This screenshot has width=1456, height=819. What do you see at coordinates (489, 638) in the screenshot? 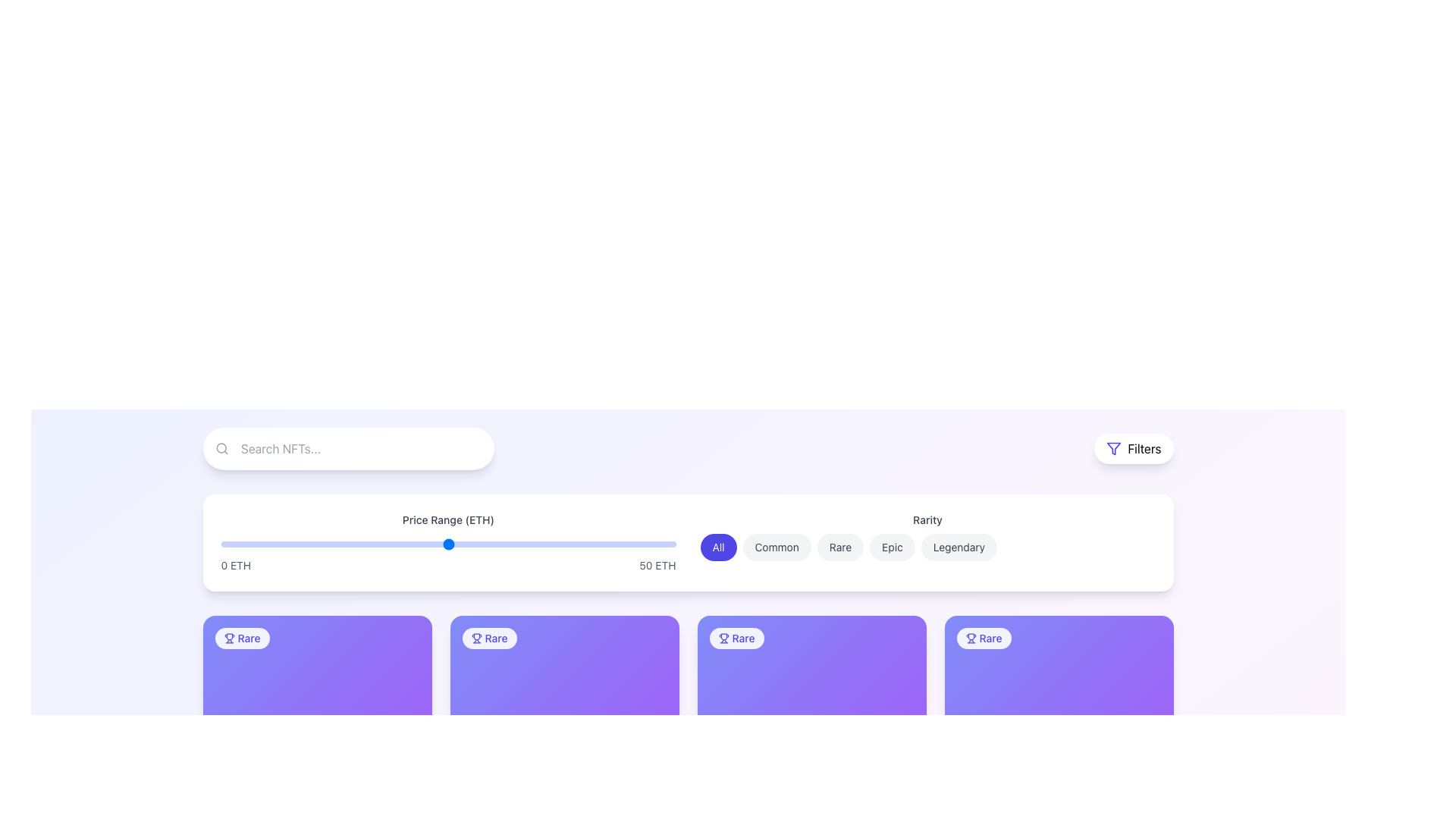
I see `rarity classification by clicking on the 'Rare' badge, which has a trophy icon on its left and is styled with indigo colors on a white background with an indigo border` at bounding box center [489, 638].